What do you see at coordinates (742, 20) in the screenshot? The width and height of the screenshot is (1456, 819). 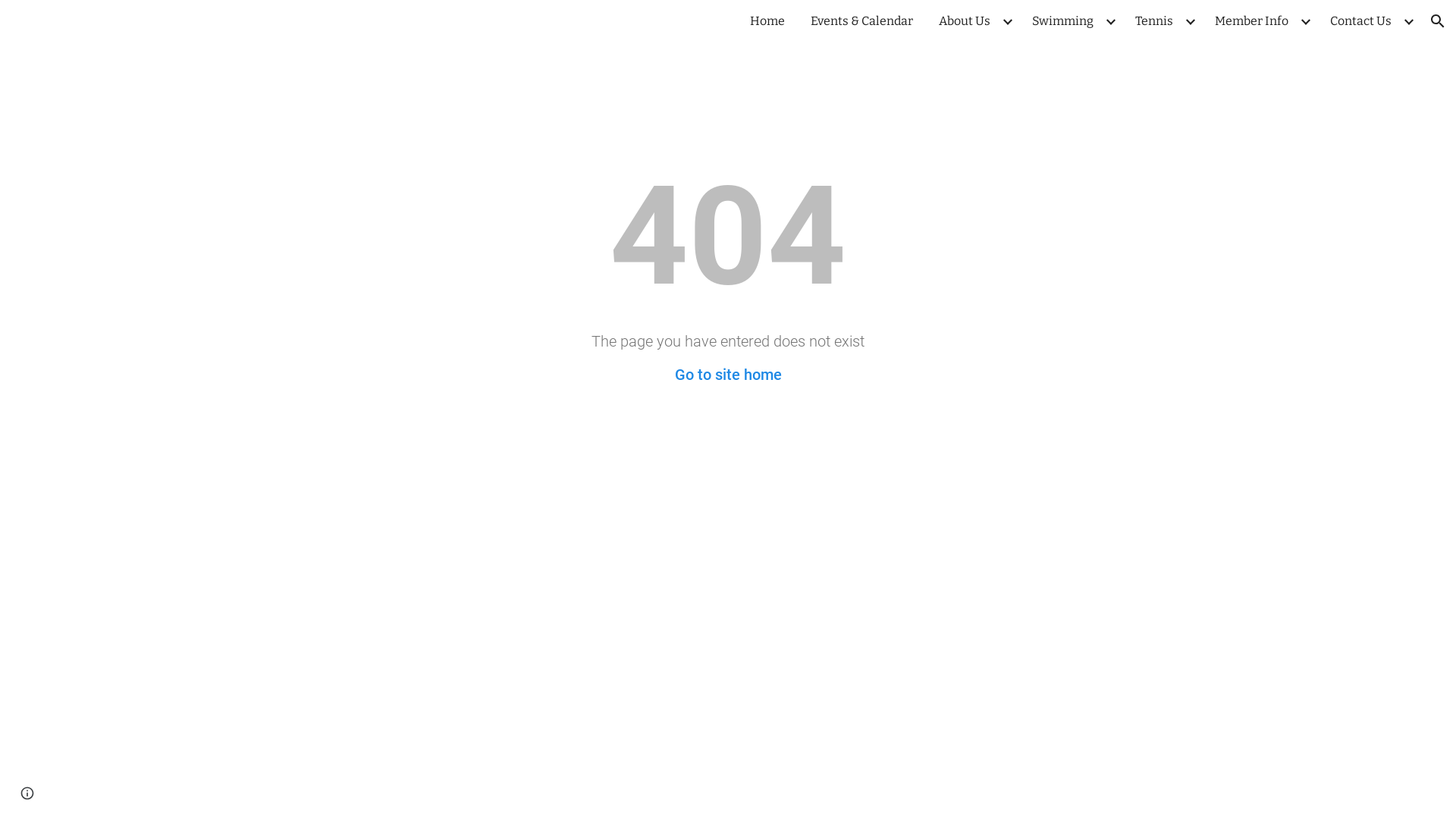 I see `'Home'` at bounding box center [742, 20].